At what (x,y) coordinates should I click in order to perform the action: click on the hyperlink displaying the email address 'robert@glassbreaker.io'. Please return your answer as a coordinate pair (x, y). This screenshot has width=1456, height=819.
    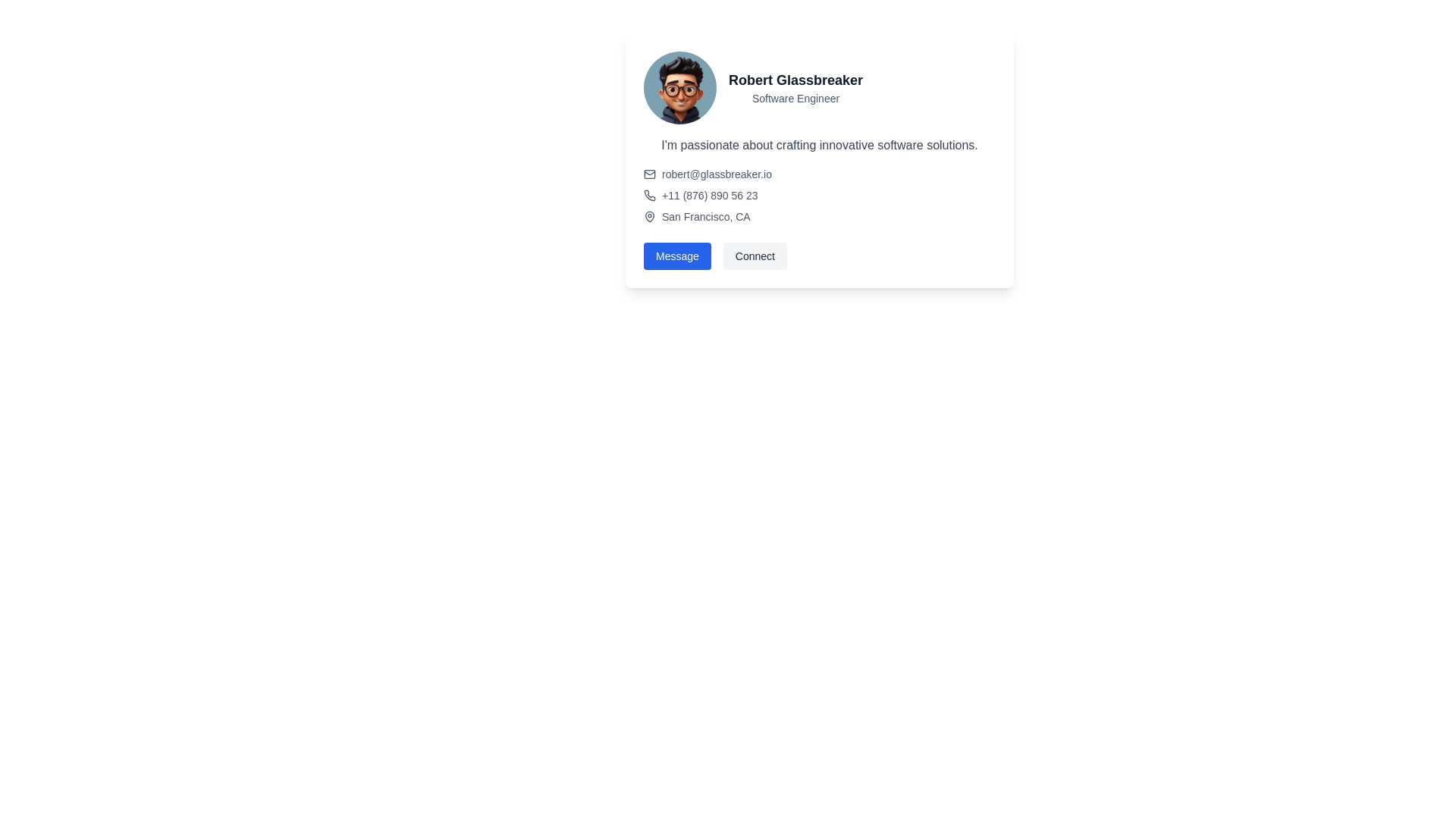
    Looking at the image, I should click on (716, 174).